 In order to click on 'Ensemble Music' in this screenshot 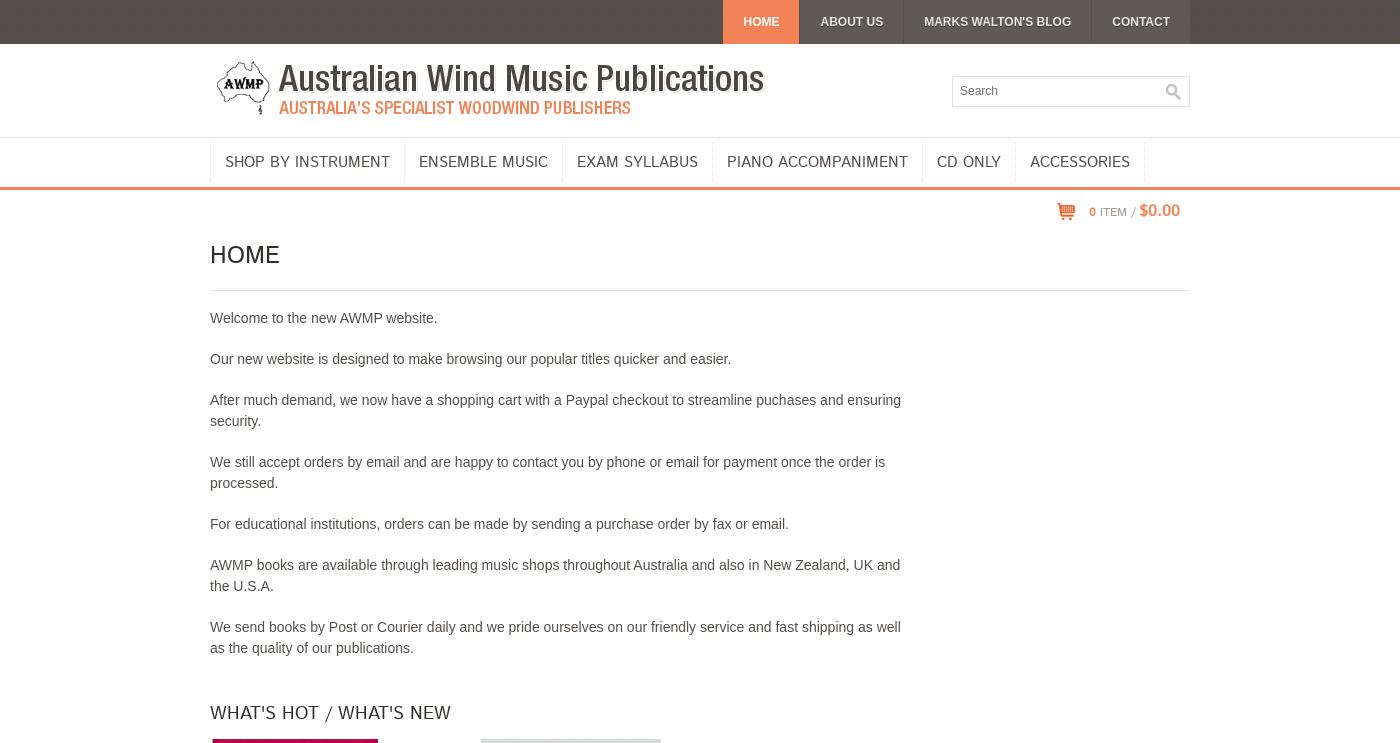, I will do `click(419, 161)`.